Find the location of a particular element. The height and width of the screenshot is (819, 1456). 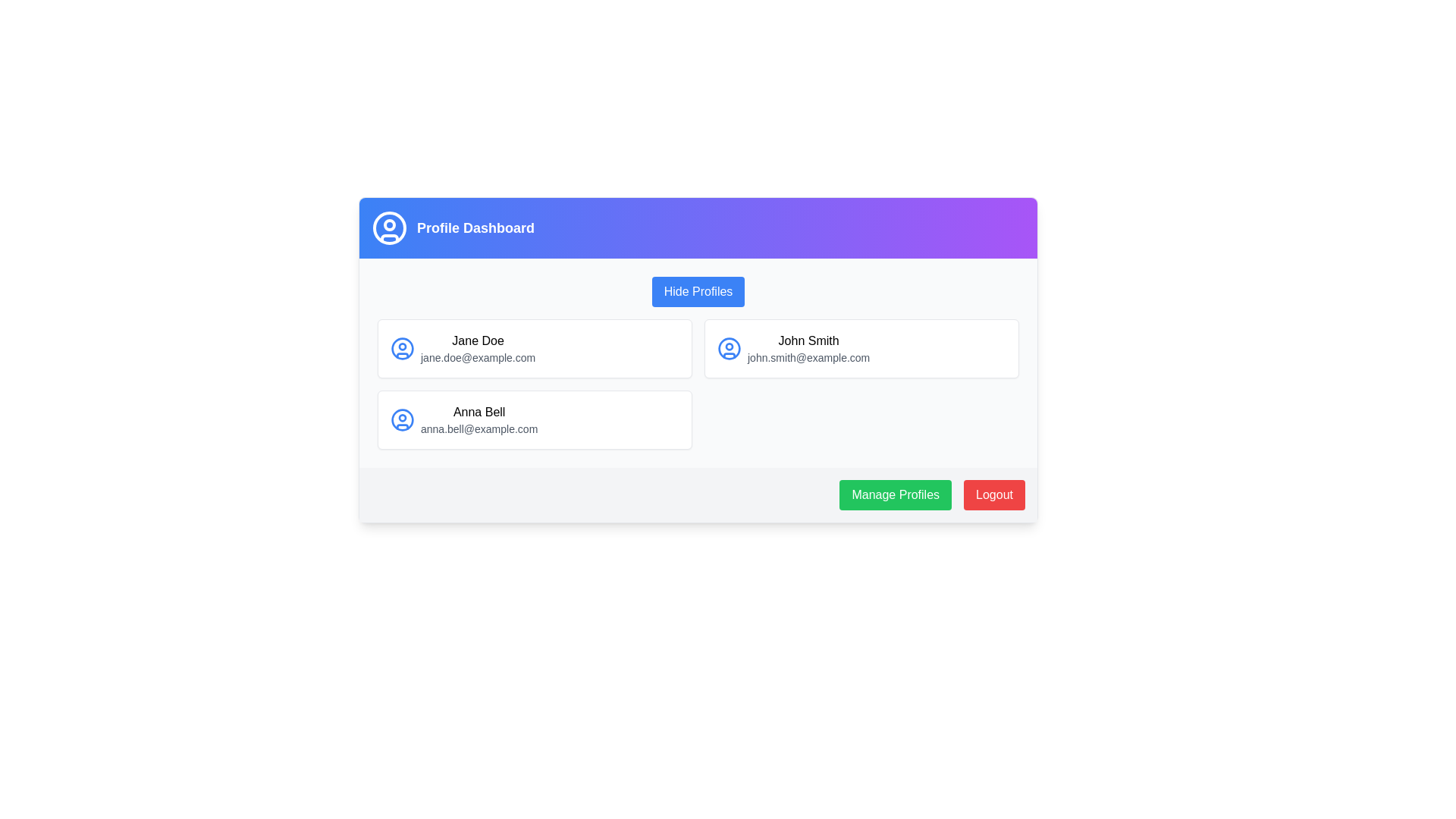

the text element displaying 'Anna Bell' and 'anna.bell@example.com' in the second user information box of the Profile Dashboard is located at coordinates (479, 420).